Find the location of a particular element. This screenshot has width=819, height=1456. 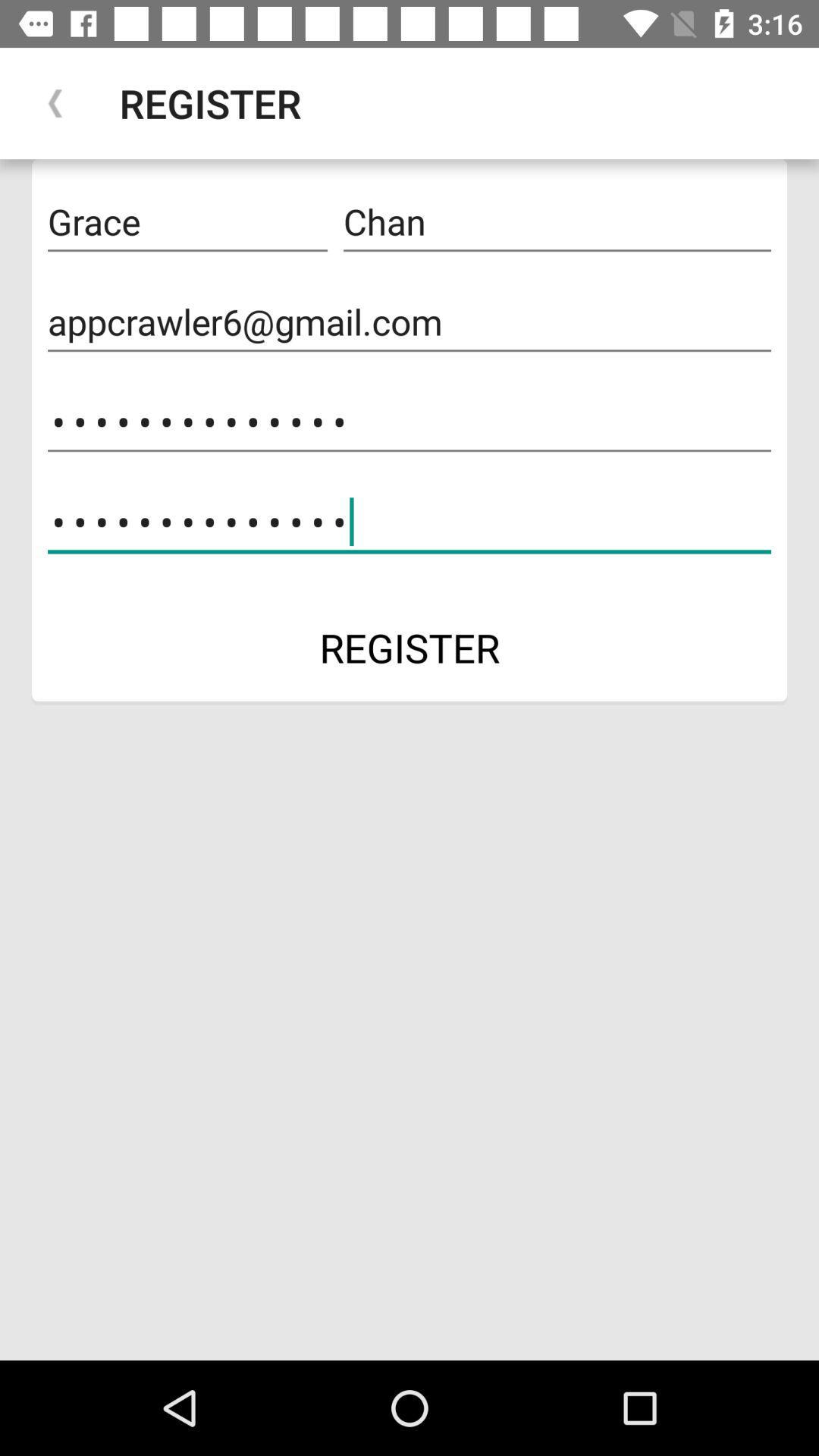

the icon below the grace icon is located at coordinates (409, 322).